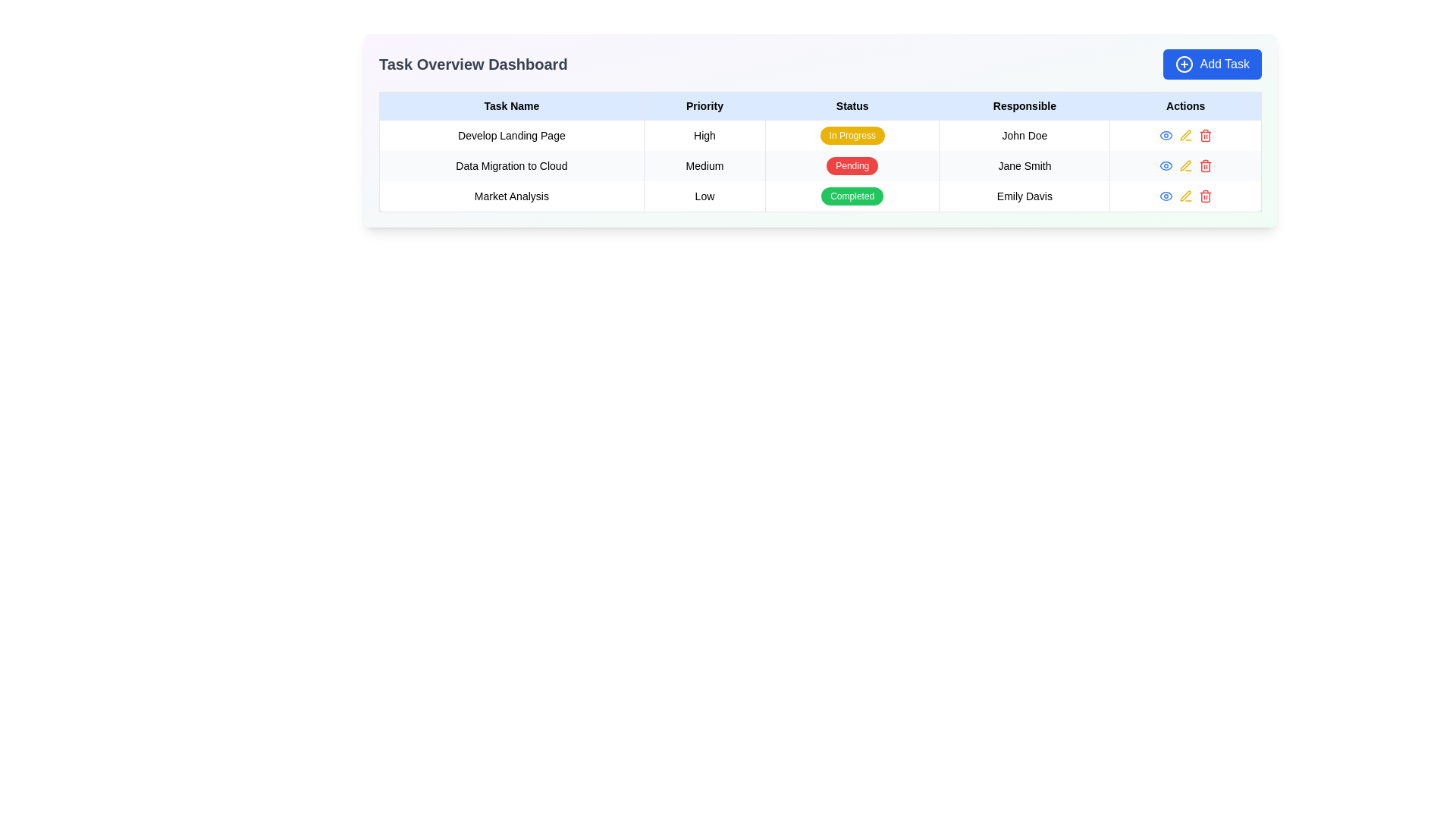 Image resolution: width=1456 pixels, height=819 pixels. What do you see at coordinates (1025, 134) in the screenshot?
I see `the static text label indicating the individual responsible for the task 'Develop Landing Page' in the 'Responsible' column of the table` at bounding box center [1025, 134].